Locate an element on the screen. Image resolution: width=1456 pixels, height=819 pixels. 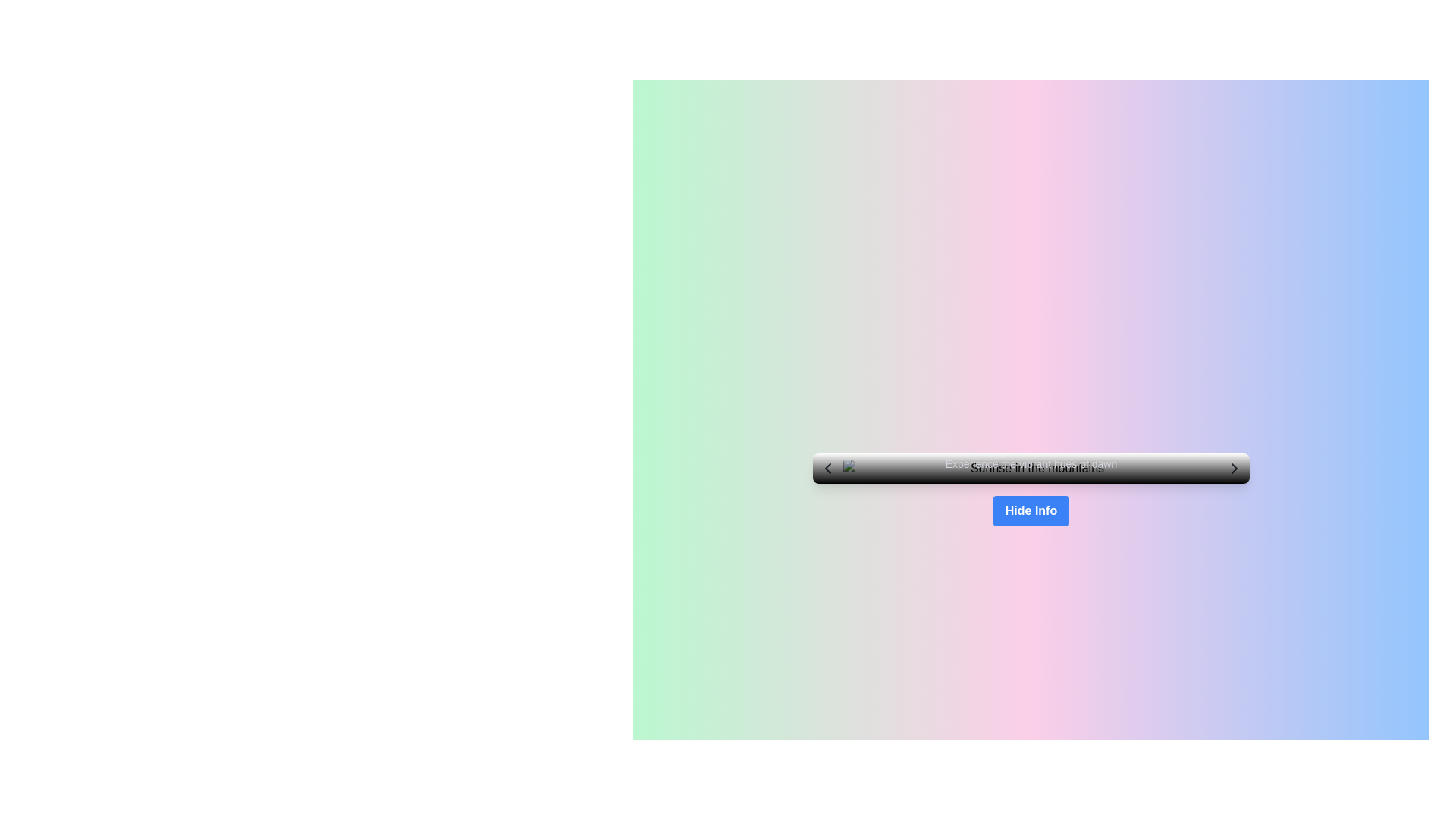
the chevron arrow icon located in the leftmost part of the horizontal toolbar is located at coordinates (827, 467).